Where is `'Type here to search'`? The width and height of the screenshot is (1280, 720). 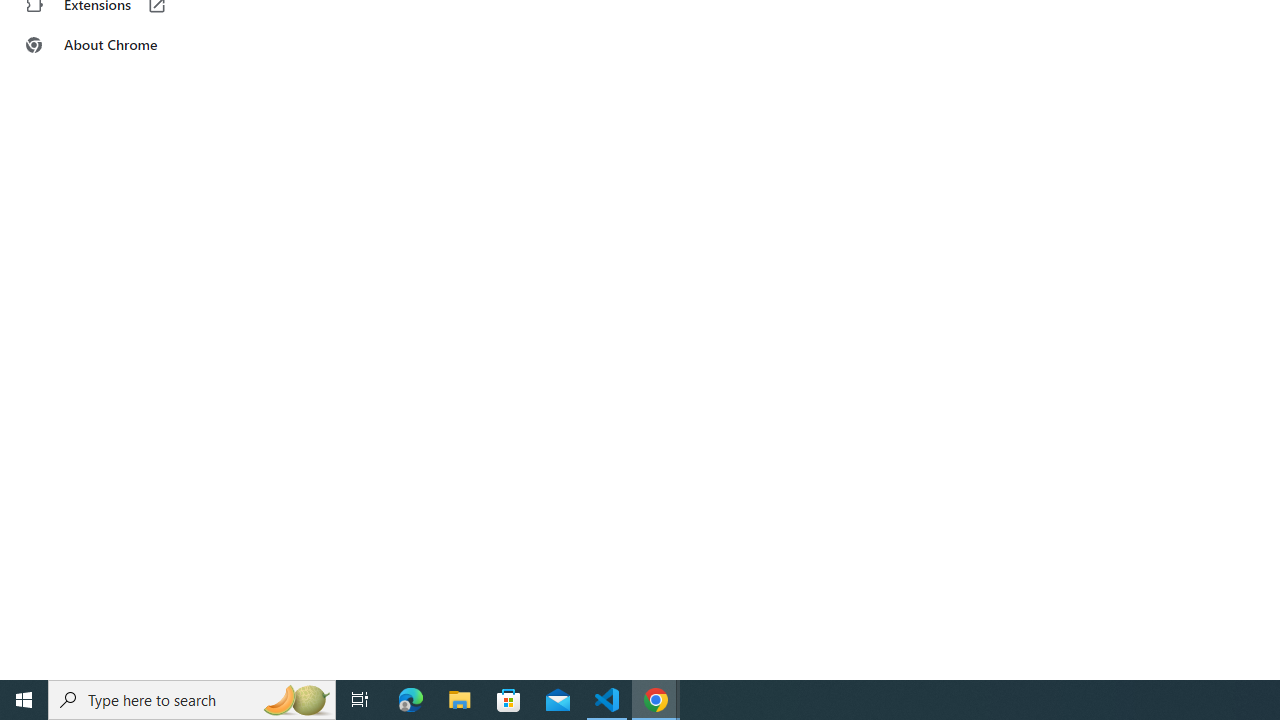 'Type here to search' is located at coordinates (192, 698).